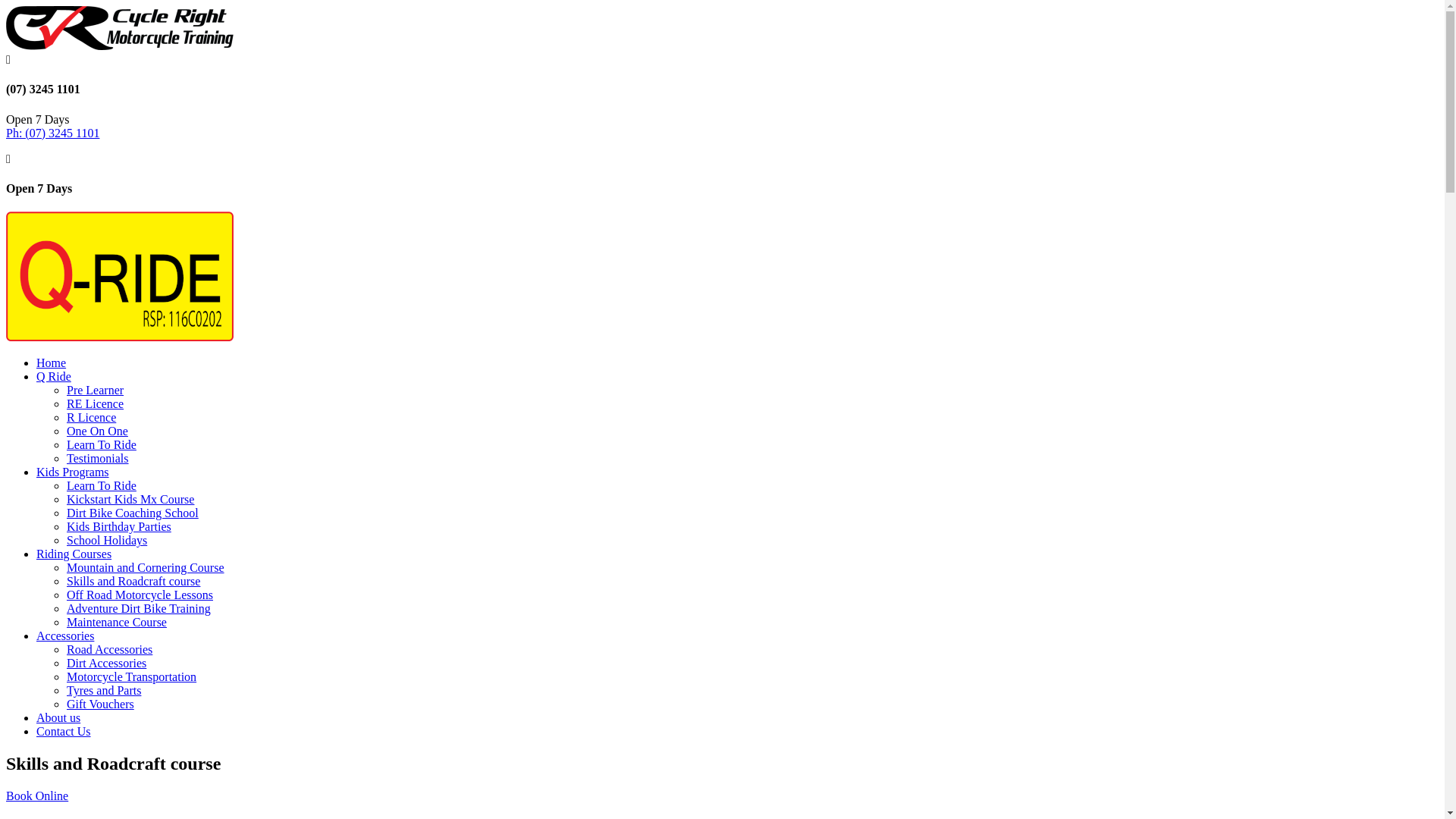  What do you see at coordinates (62, 730) in the screenshot?
I see `'Contact Us'` at bounding box center [62, 730].